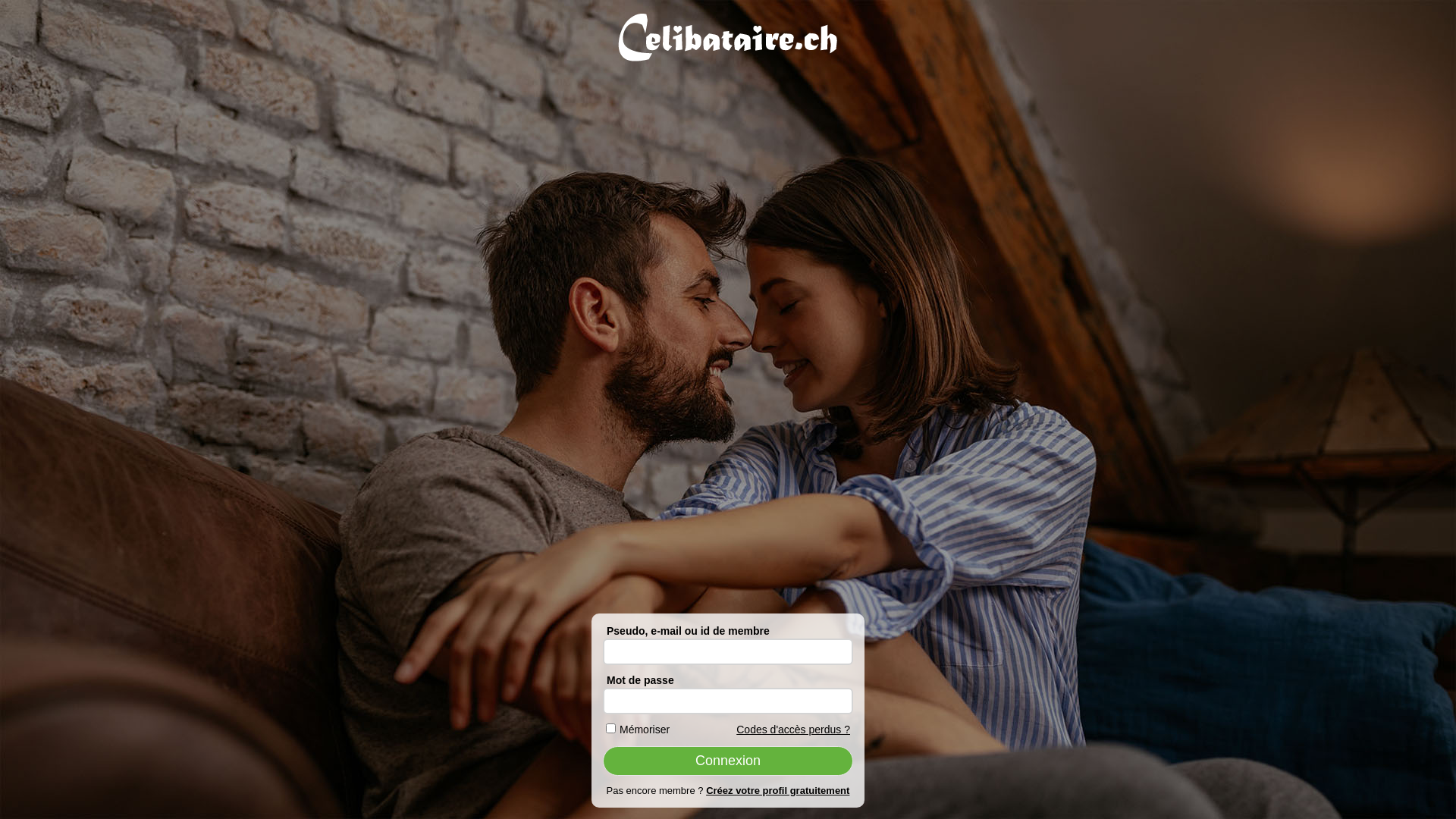 This screenshot has width=1456, height=819. I want to click on 'Connexion', so click(728, 761).